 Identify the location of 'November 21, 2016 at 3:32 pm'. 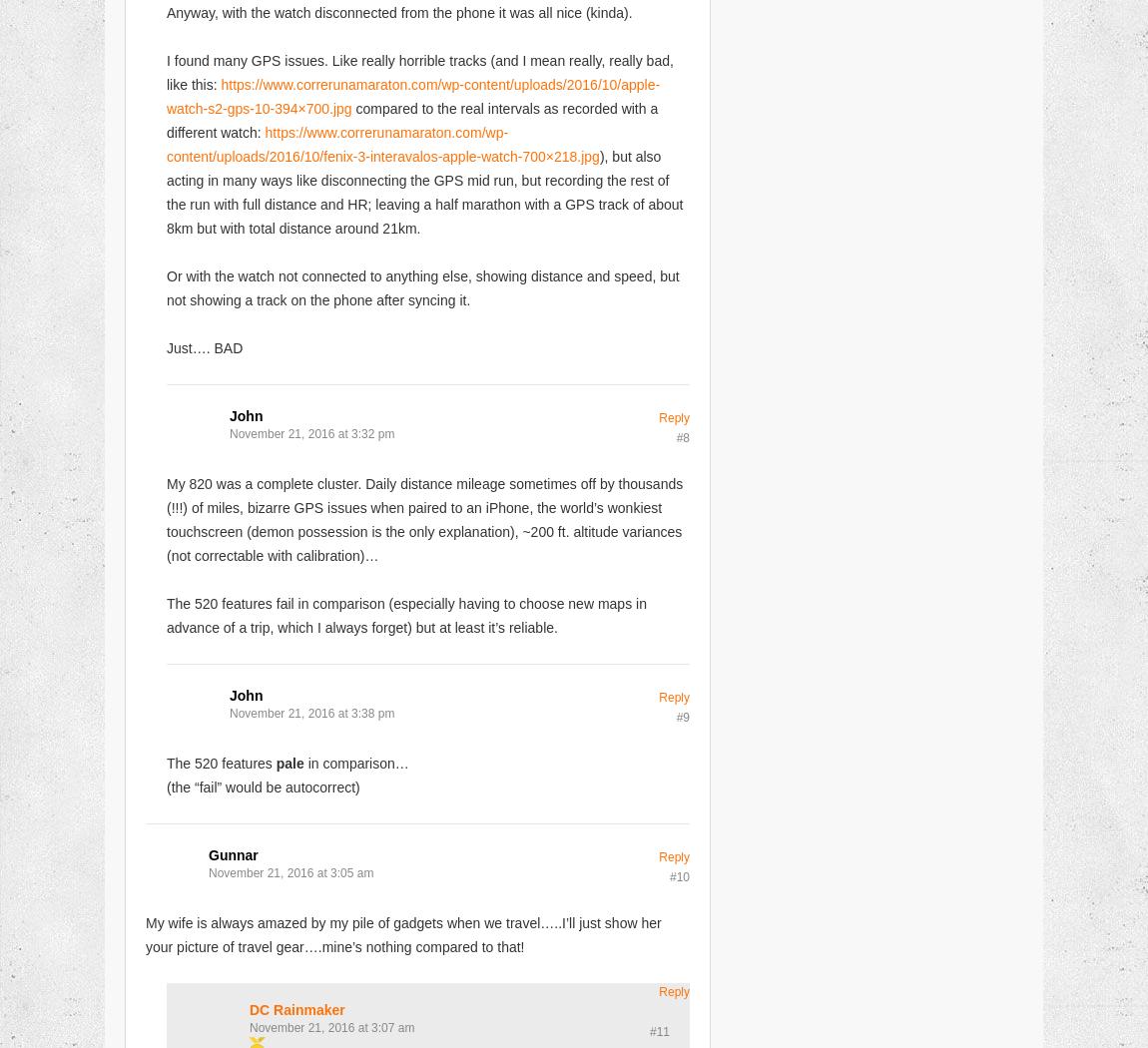
(311, 431).